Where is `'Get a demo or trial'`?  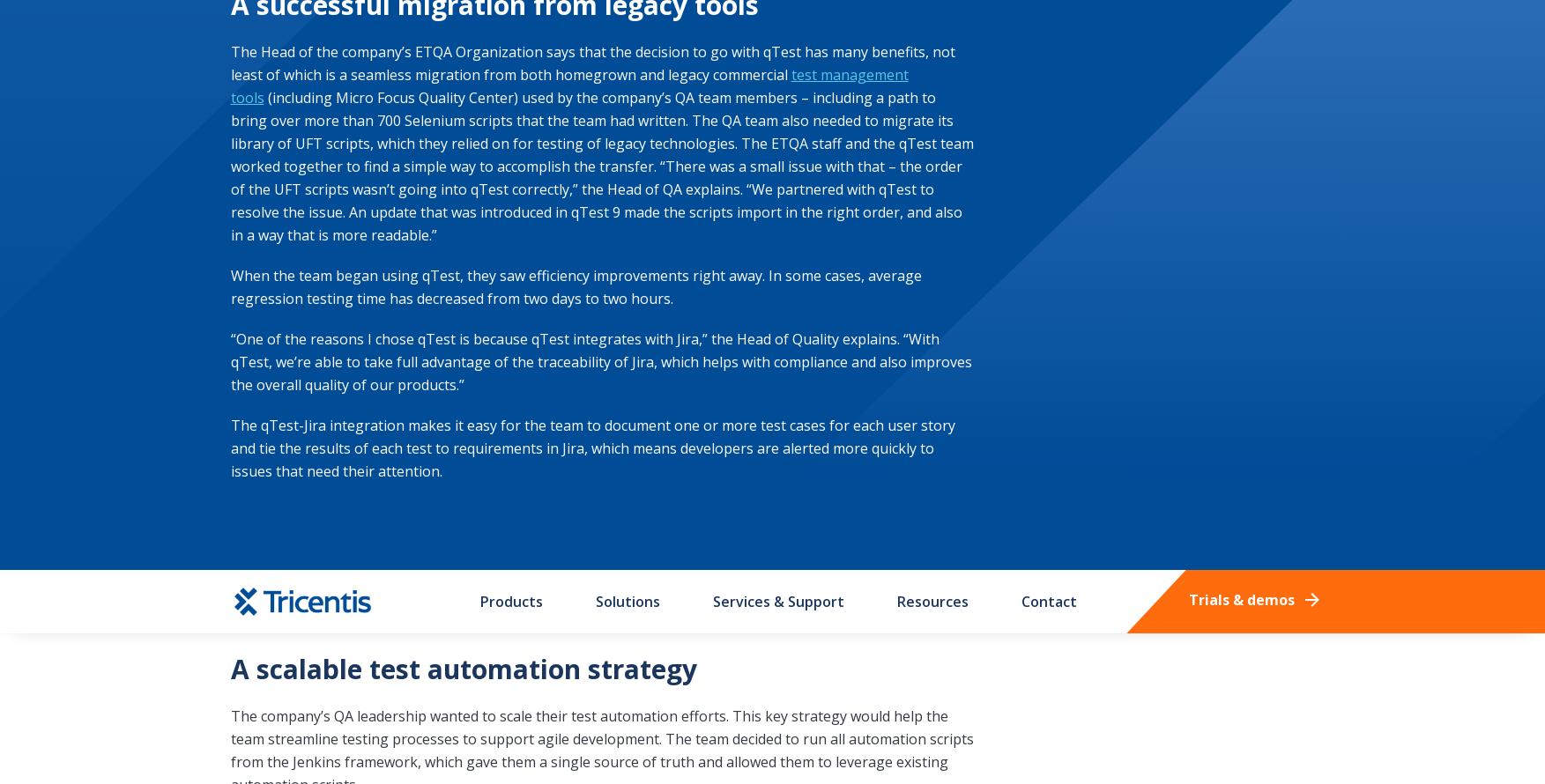 'Get a demo or trial' is located at coordinates (1143, 106).